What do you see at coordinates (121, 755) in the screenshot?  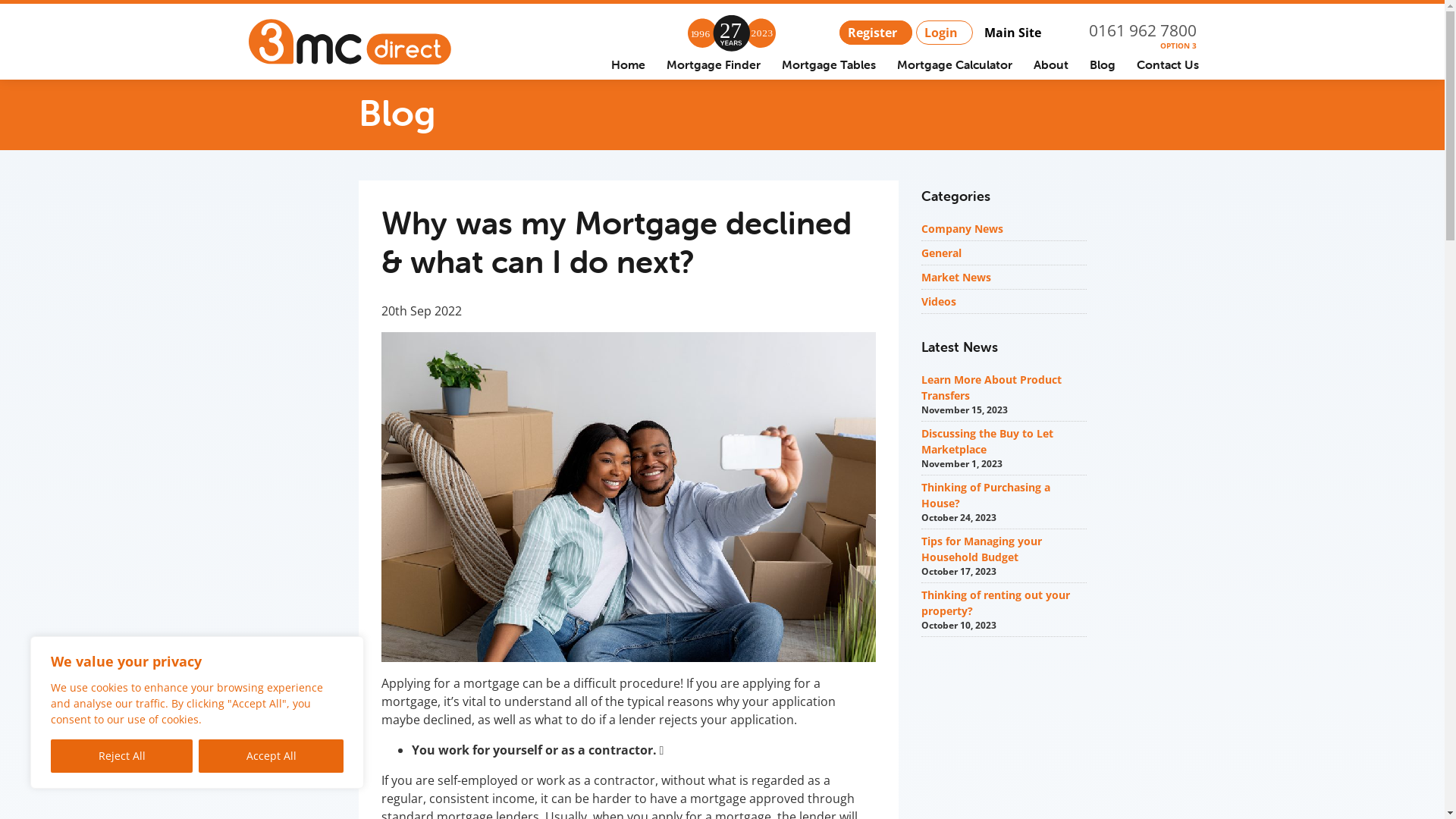 I see `'Reject All'` at bounding box center [121, 755].